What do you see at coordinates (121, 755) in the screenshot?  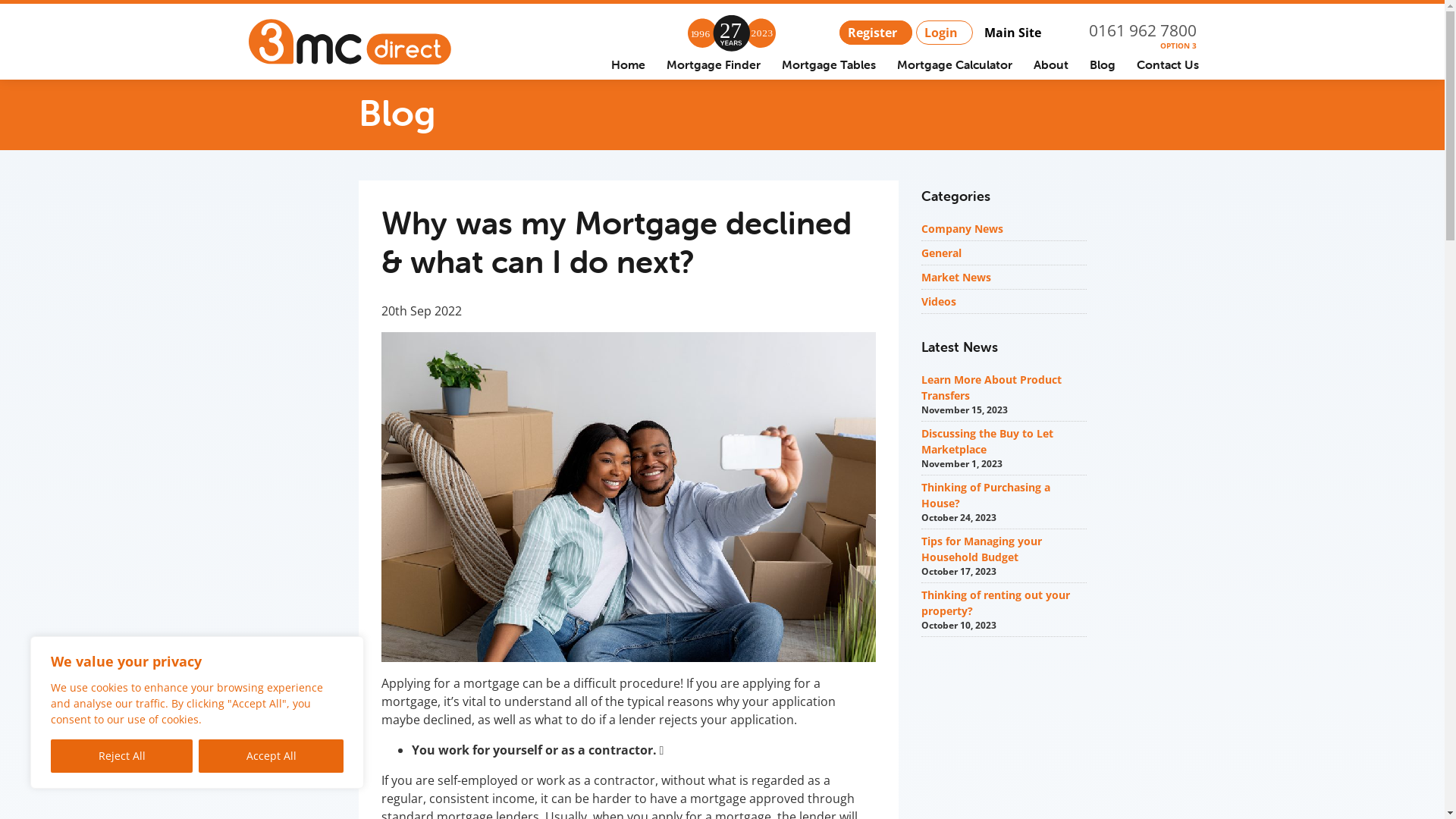 I see `'Reject All'` at bounding box center [121, 755].